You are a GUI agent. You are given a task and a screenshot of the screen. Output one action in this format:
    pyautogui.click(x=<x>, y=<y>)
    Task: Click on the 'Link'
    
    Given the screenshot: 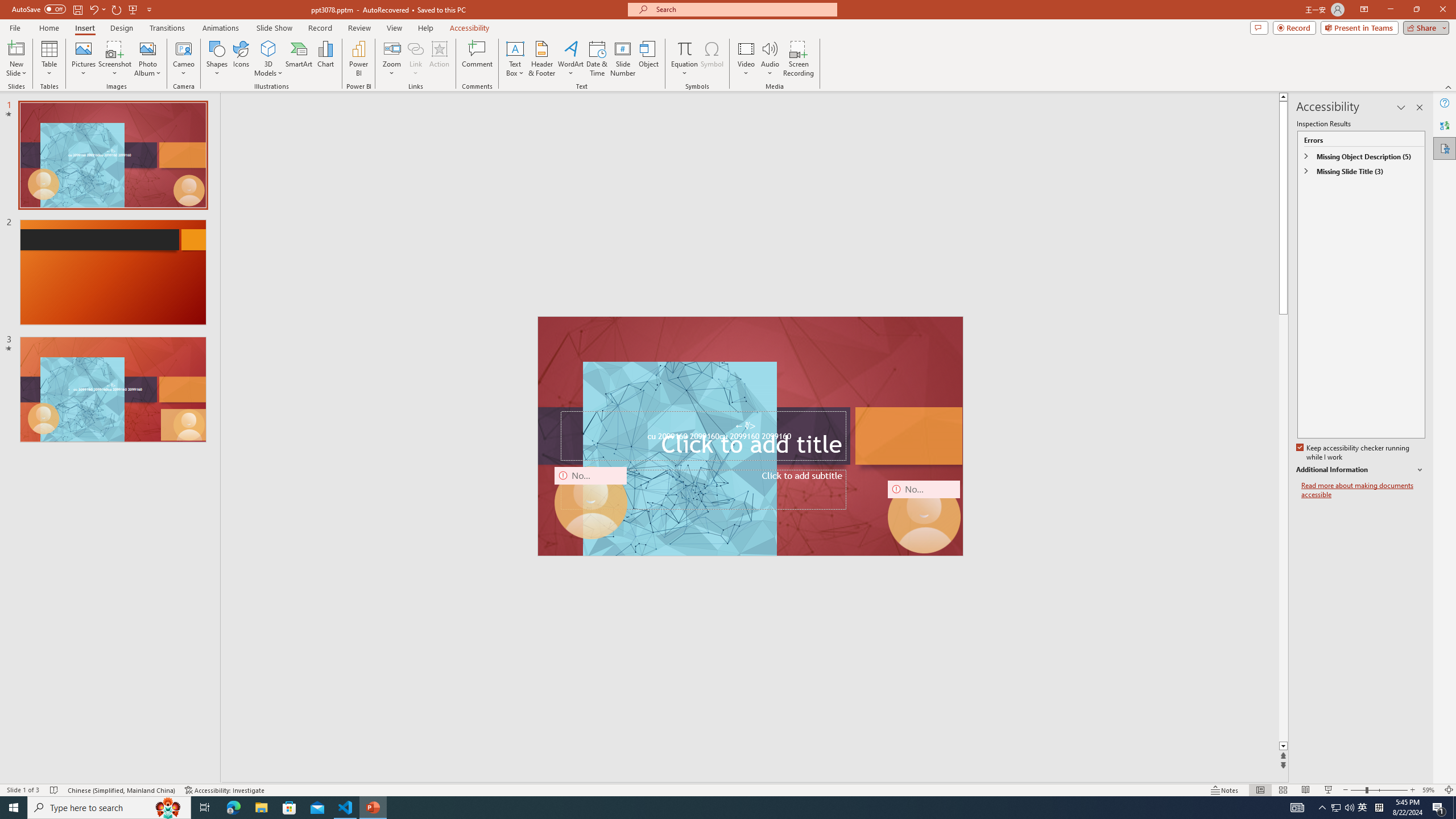 What is the action you would take?
    pyautogui.click(x=415, y=48)
    